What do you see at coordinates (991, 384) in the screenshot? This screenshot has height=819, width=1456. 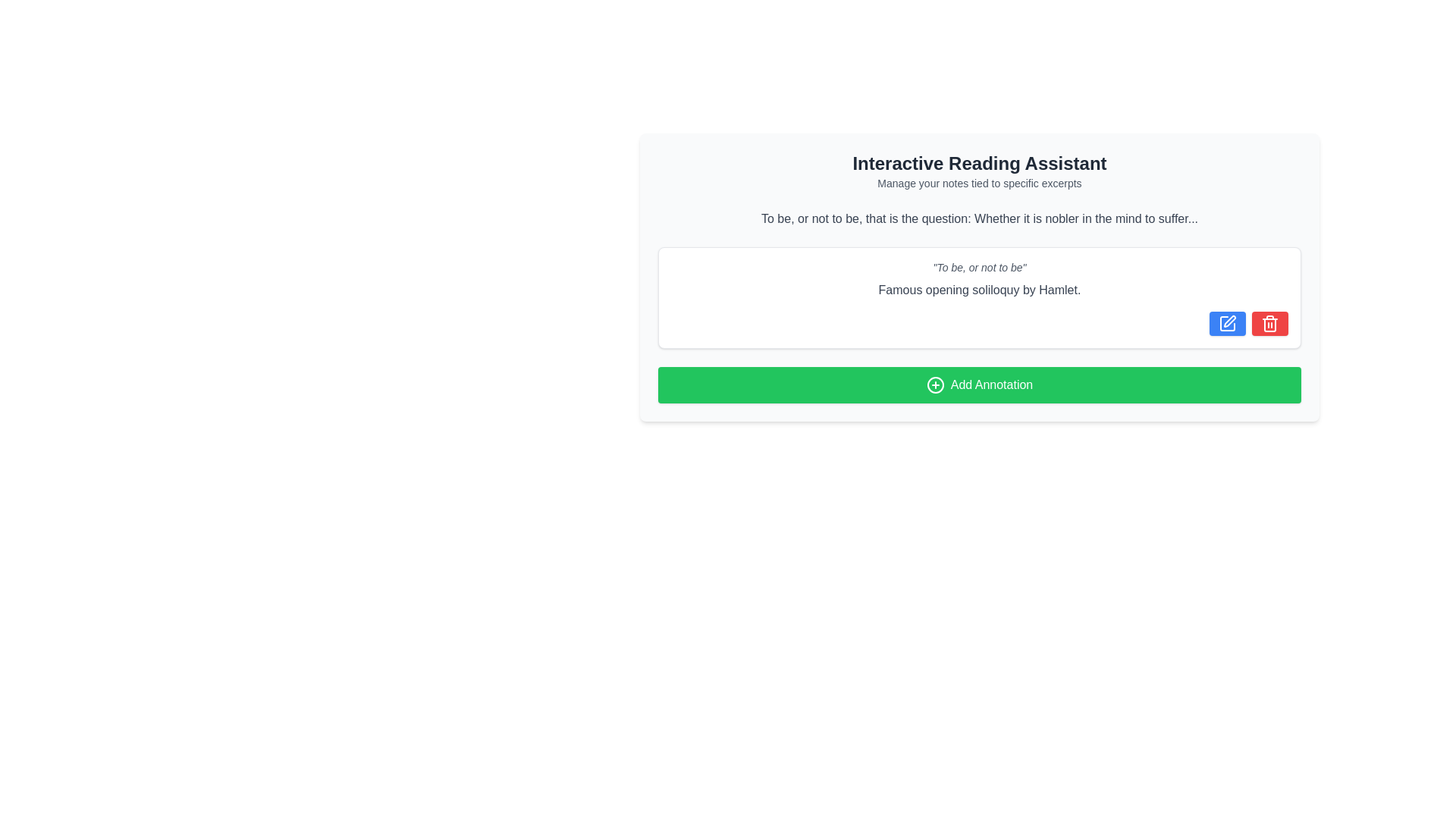 I see `the 'Add Annotation' text label located within the green button to trigger tooltips or visual feedback` at bounding box center [991, 384].